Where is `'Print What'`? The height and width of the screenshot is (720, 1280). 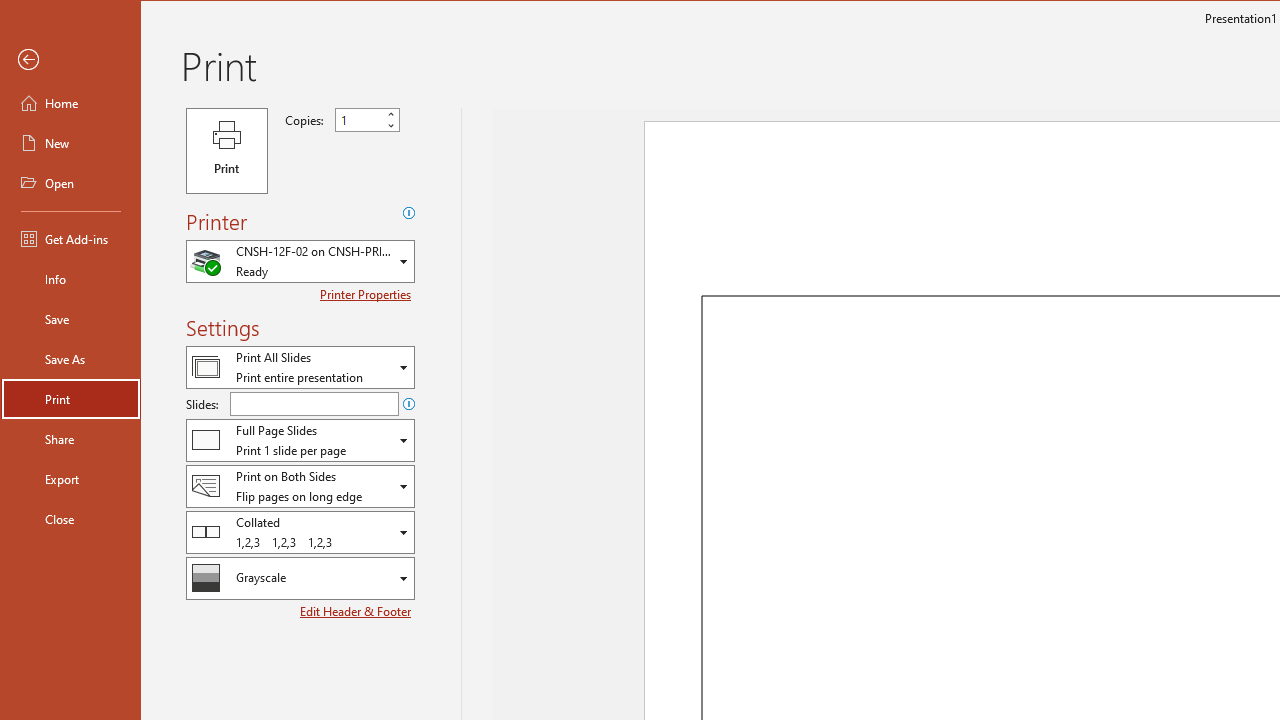
'Print What' is located at coordinates (299, 367).